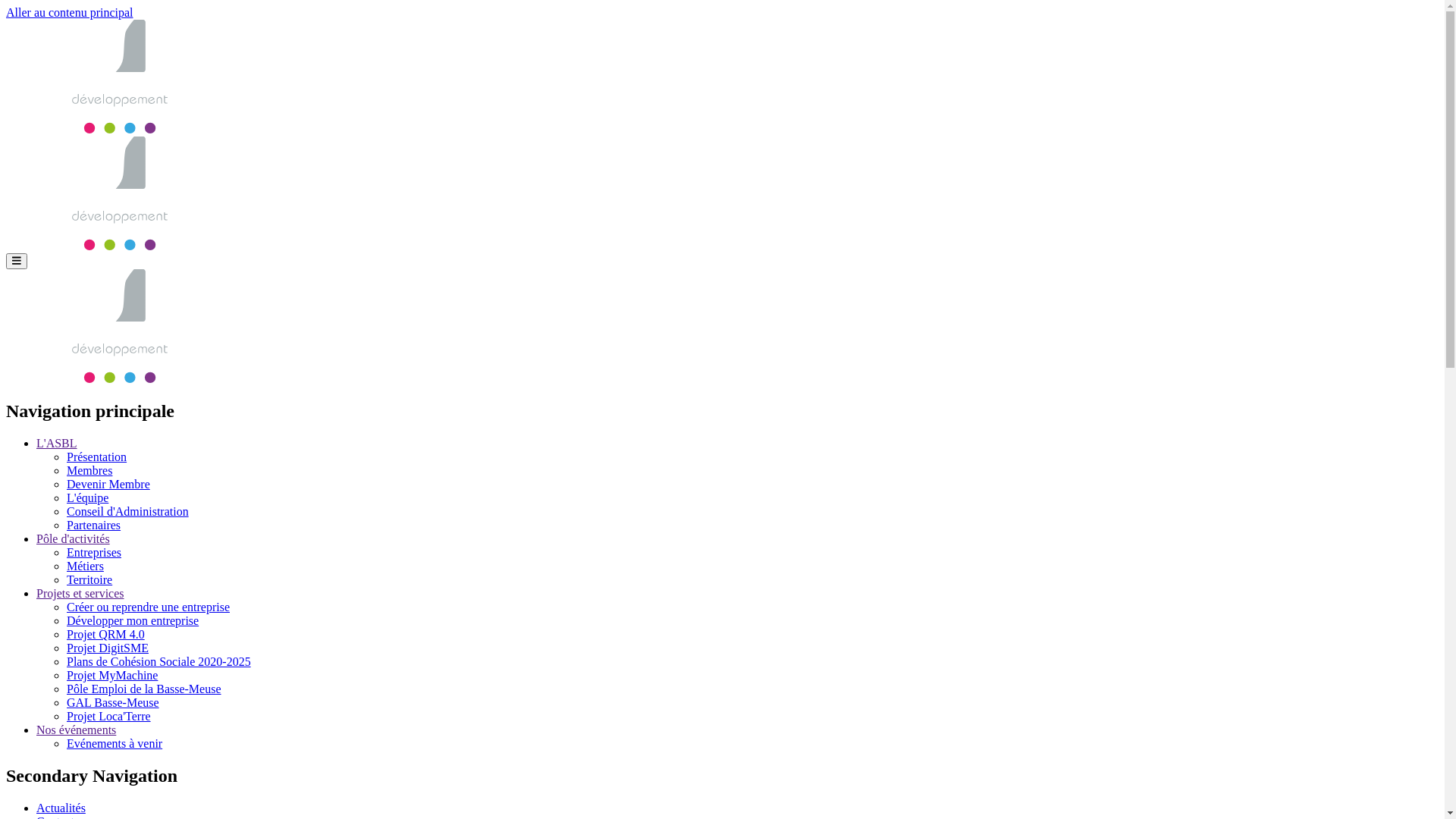 This screenshot has width=1456, height=819. What do you see at coordinates (89, 469) in the screenshot?
I see `'Membres'` at bounding box center [89, 469].